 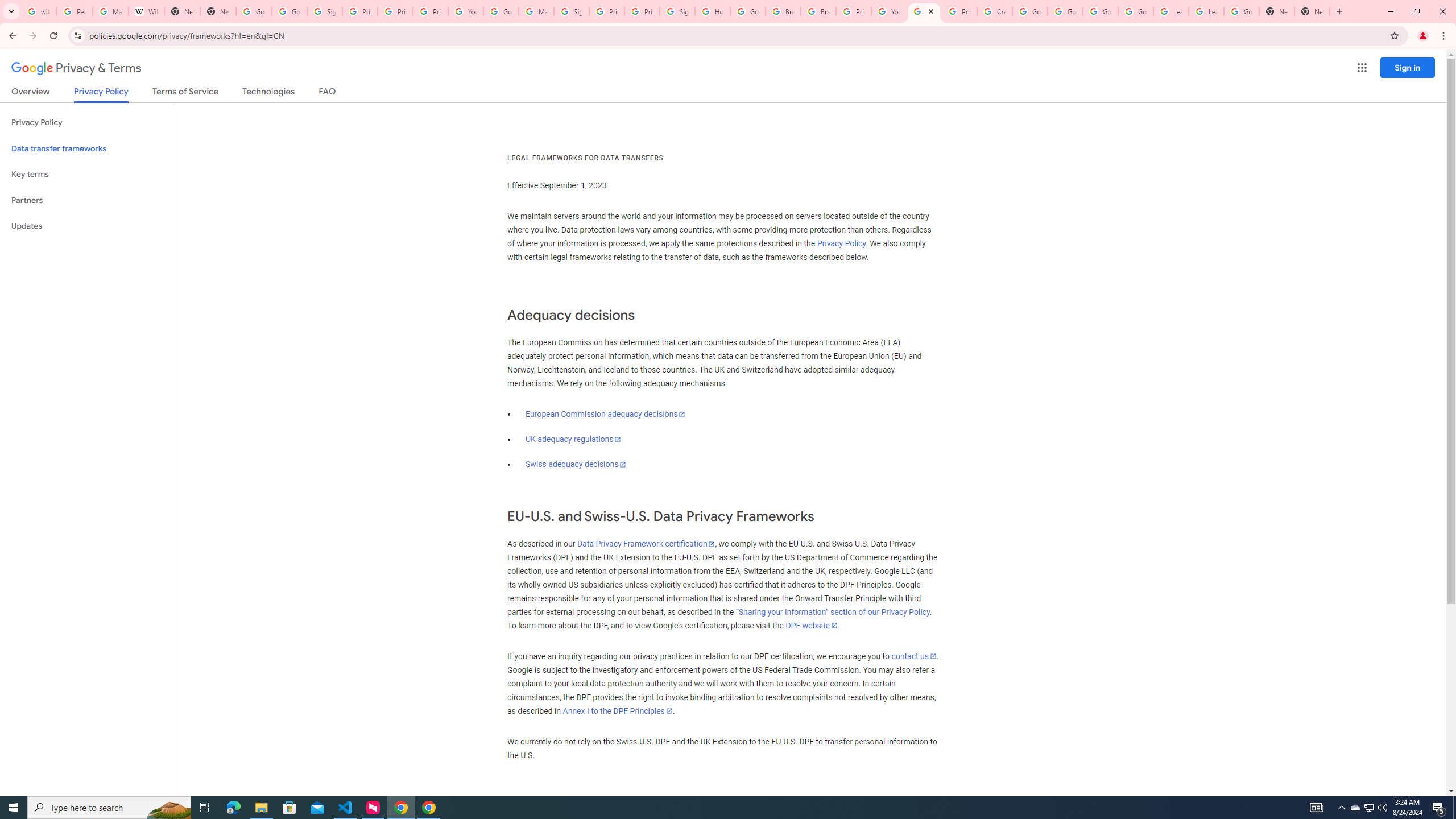 What do you see at coordinates (575, 464) in the screenshot?
I see `'Swiss adequacy decisions'` at bounding box center [575, 464].